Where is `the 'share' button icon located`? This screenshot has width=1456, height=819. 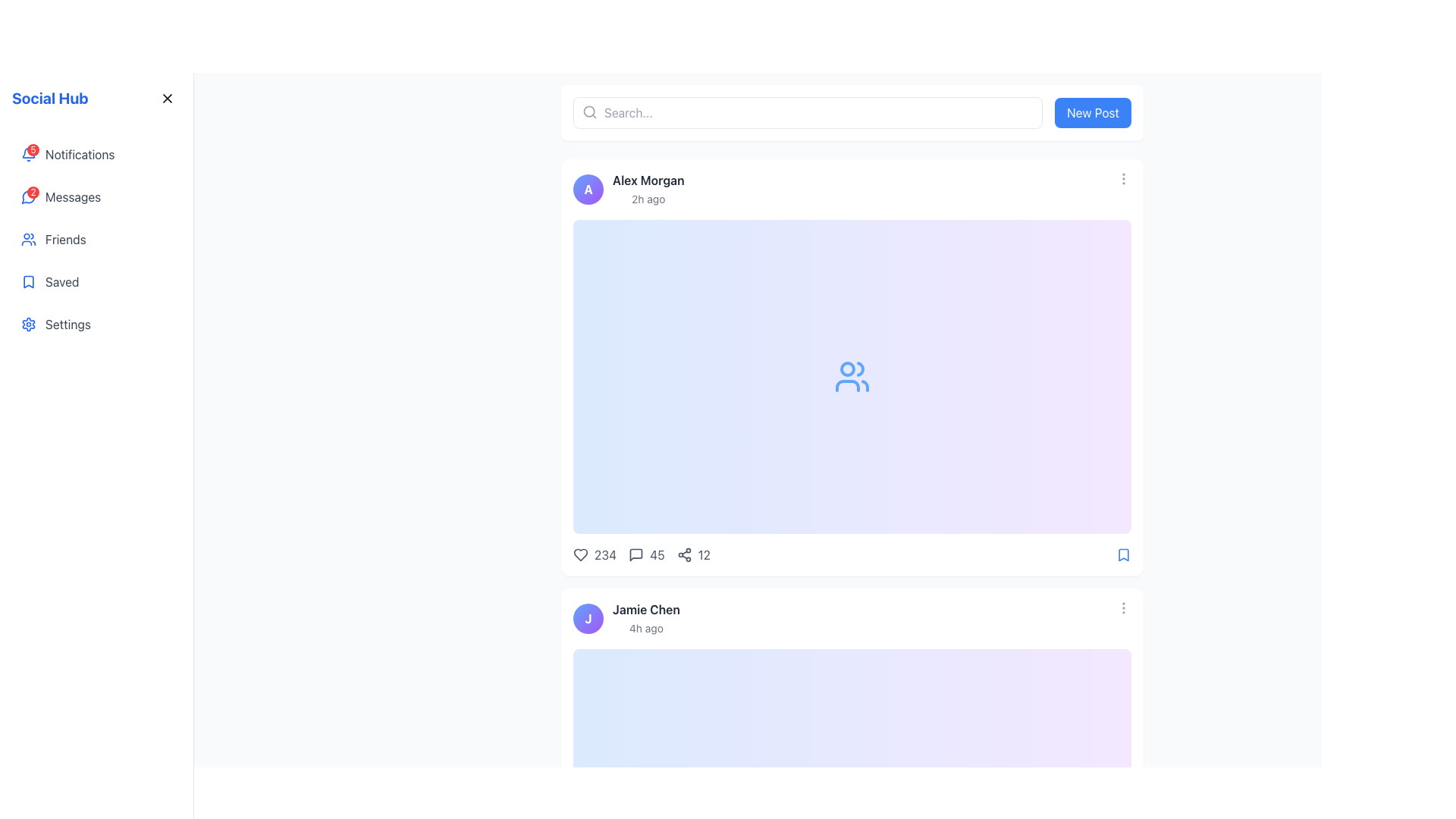 the 'share' button icon located is located at coordinates (683, 555).